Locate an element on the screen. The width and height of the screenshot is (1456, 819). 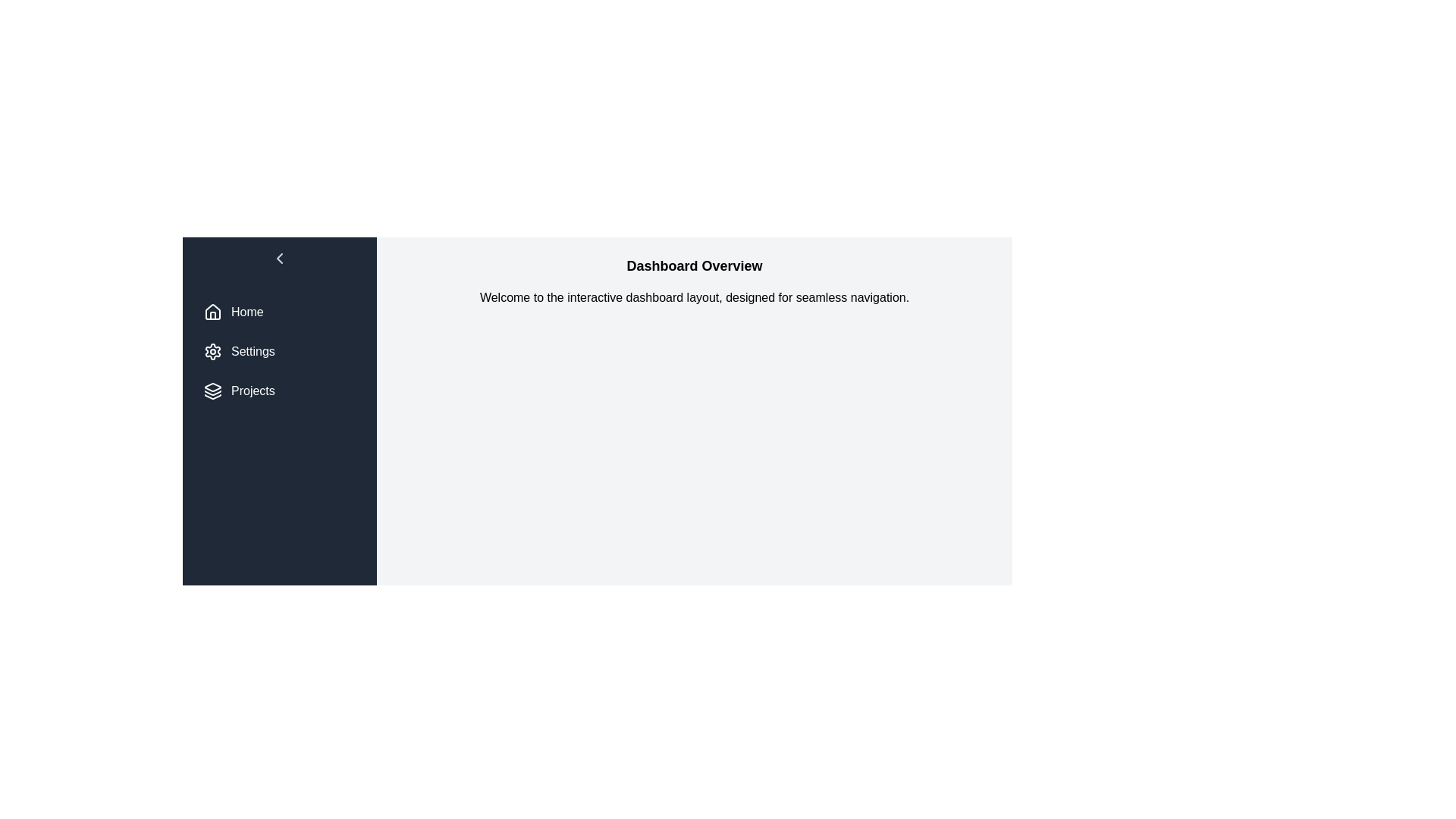
the first clickable navigation item in the vertical sidebar is located at coordinates (280, 312).